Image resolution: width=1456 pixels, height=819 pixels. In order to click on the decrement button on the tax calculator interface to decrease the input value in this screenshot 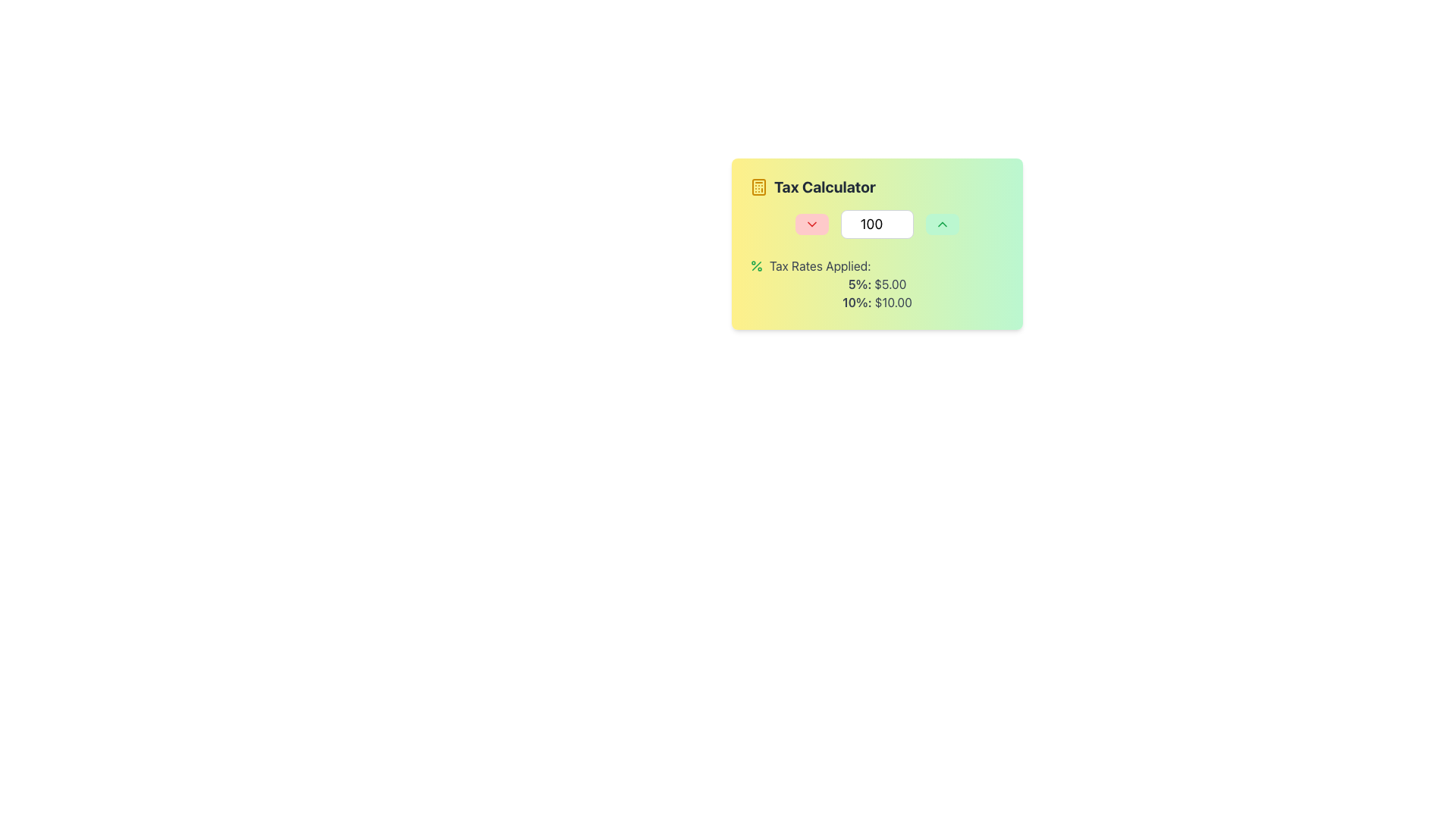, I will do `click(877, 243)`.